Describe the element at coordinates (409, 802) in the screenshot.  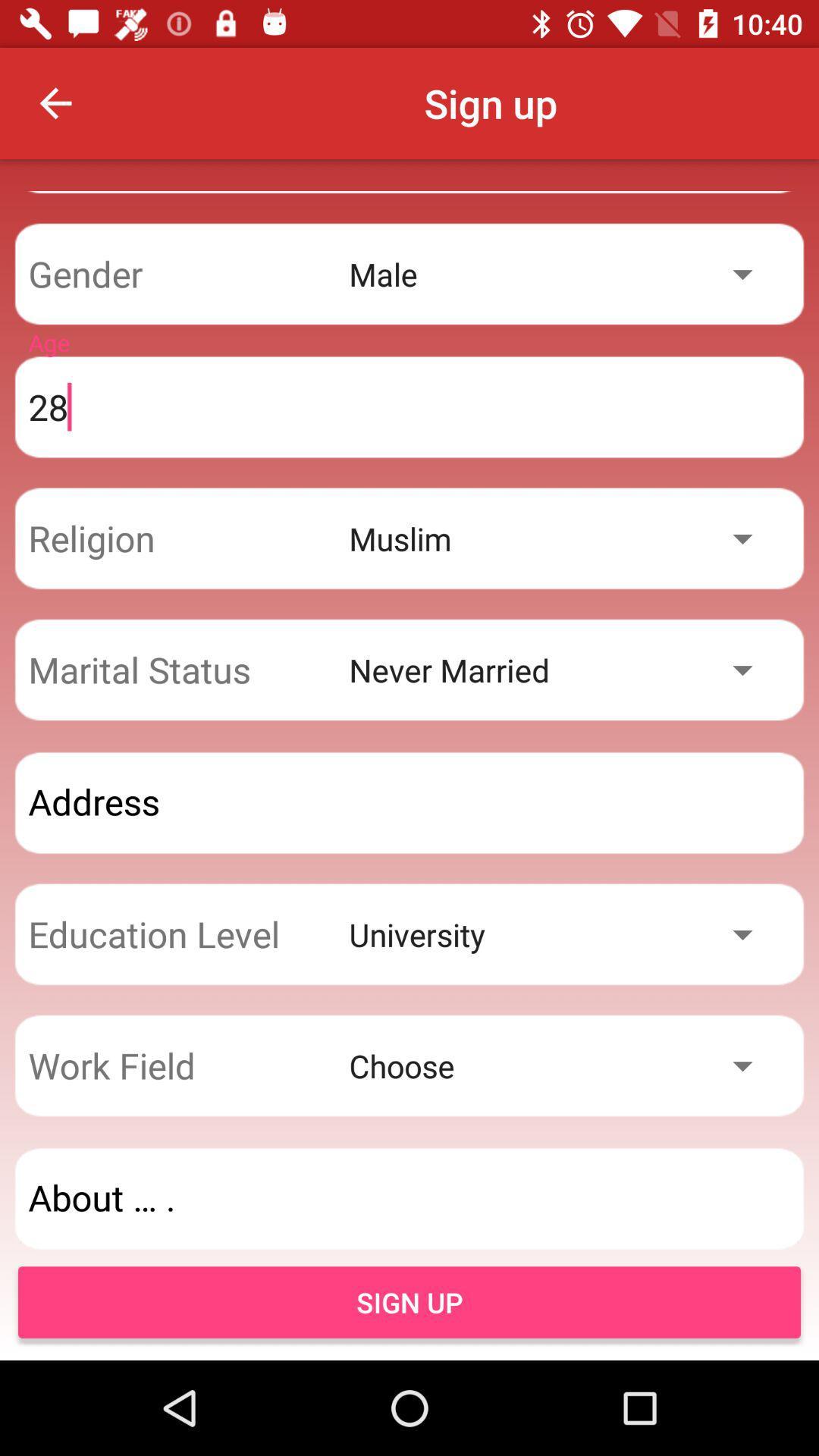
I see `text box` at that location.